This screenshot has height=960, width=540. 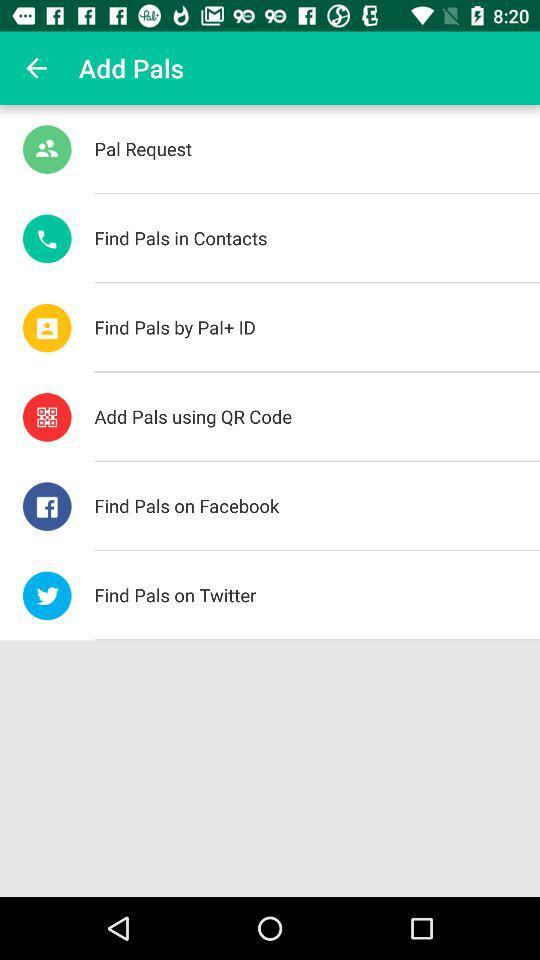 I want to click on item to the left of add pals icon, so click(x=36, y=68).